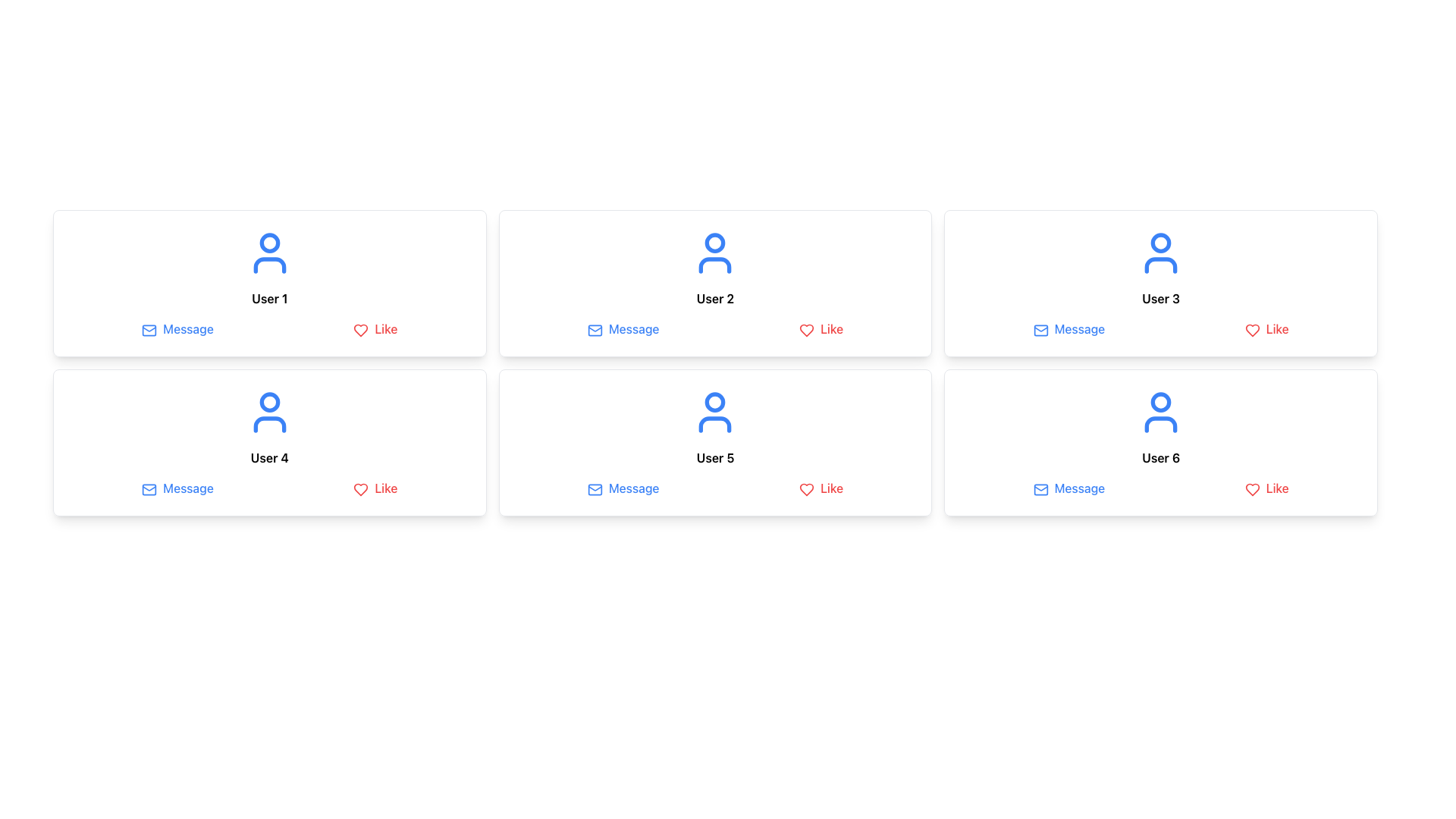 The image size is (1456, 819). I want to click on the heart icon located in the lower row of User 5's card to like the profile, so click(806, 489).